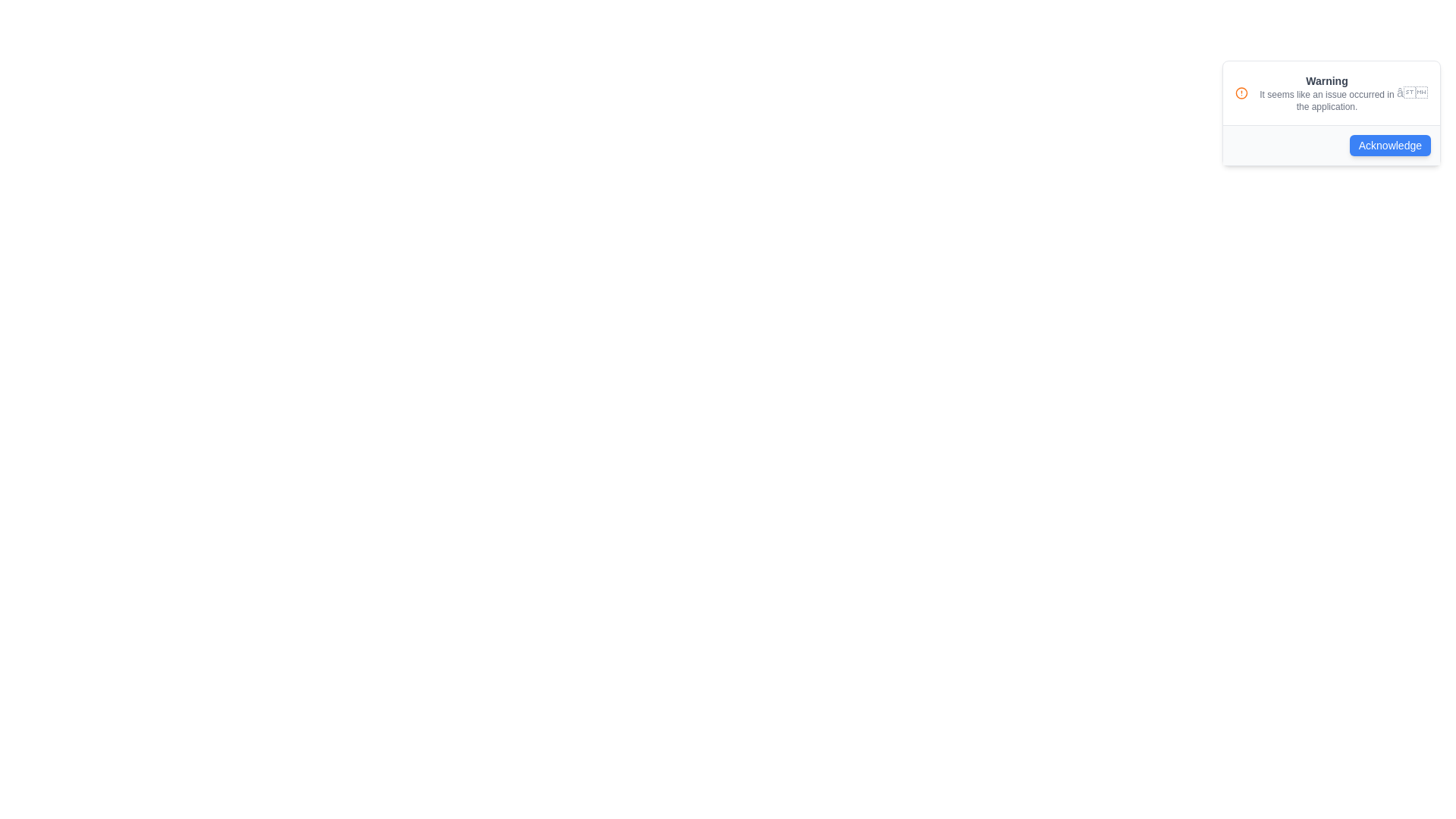 This screenshot has height=819, width=1456. What do you see at coordinates (1331, 145) in the screenshot?
I see `the 'Acknowledge' button` at bounding box center [1331, 145].